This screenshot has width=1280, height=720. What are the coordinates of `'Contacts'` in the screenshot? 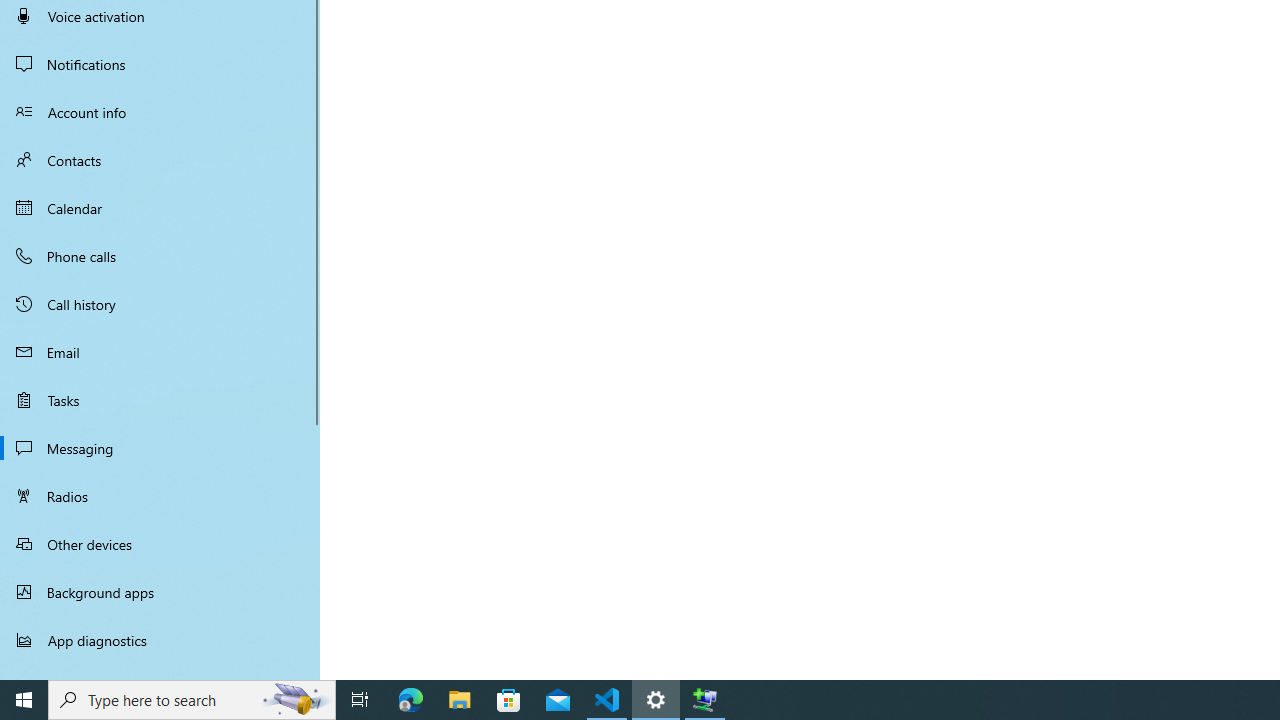 It's located at (160, 159).